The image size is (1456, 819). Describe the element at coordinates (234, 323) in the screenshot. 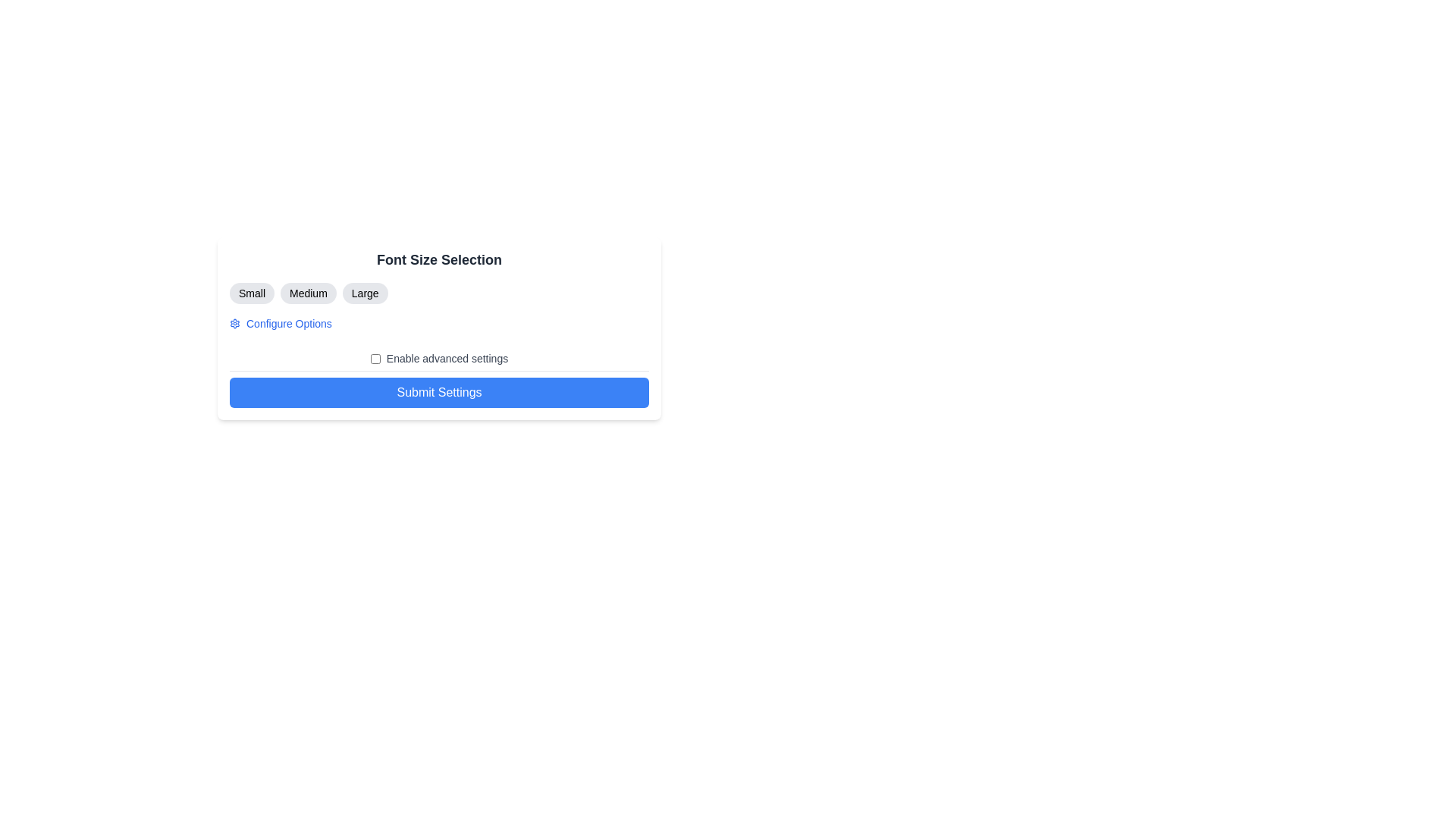

I see `the settings icon located at the leftmost position of the 'Configure Options' area` at that location.